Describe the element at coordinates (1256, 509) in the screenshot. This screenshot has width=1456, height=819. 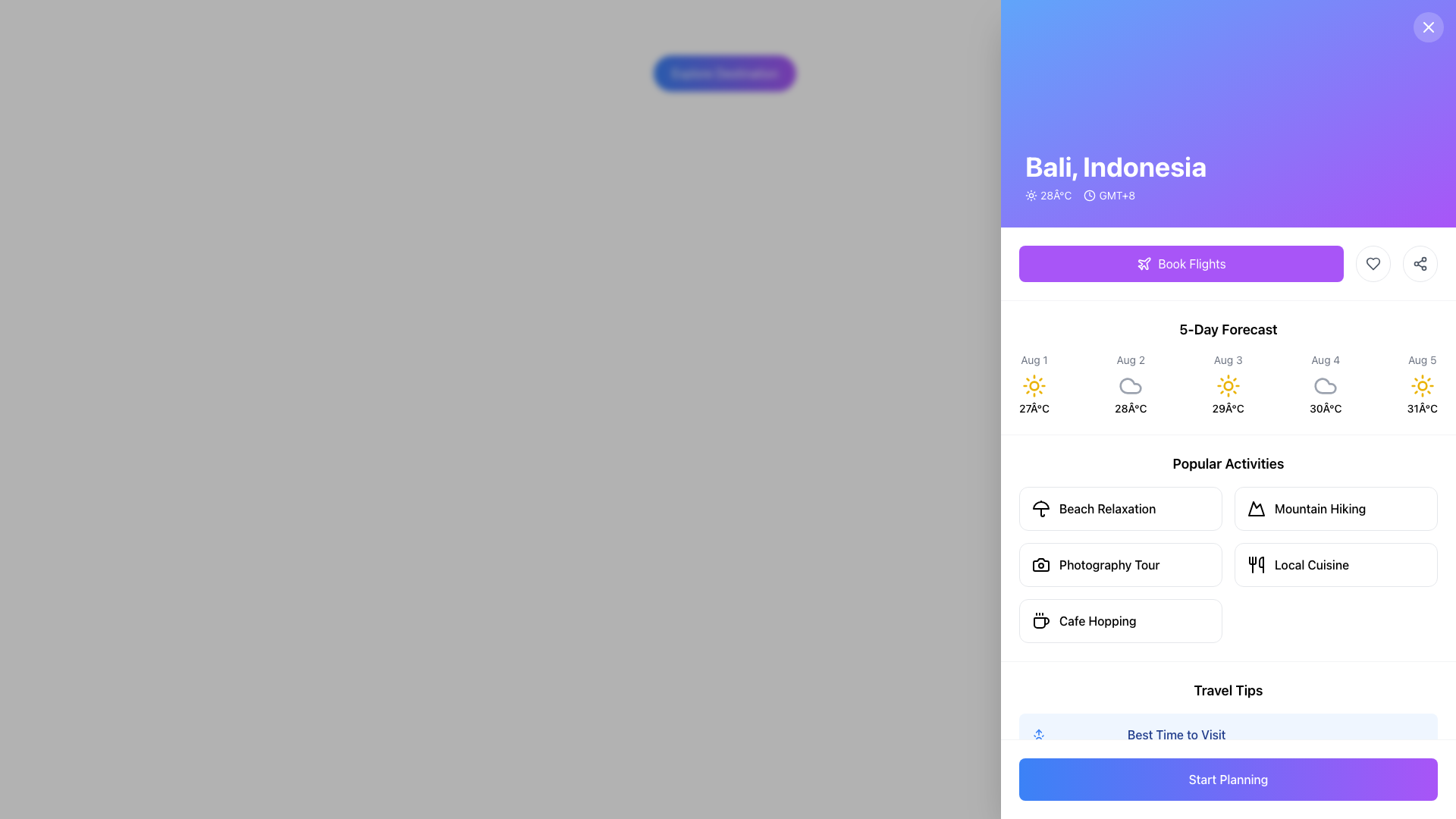
I see `the mountain hiking icon located within the 'Mountain Hiking' card under the 'Popular Activities' section, positioned on the left side adjacent to the descriptive text` at that location.